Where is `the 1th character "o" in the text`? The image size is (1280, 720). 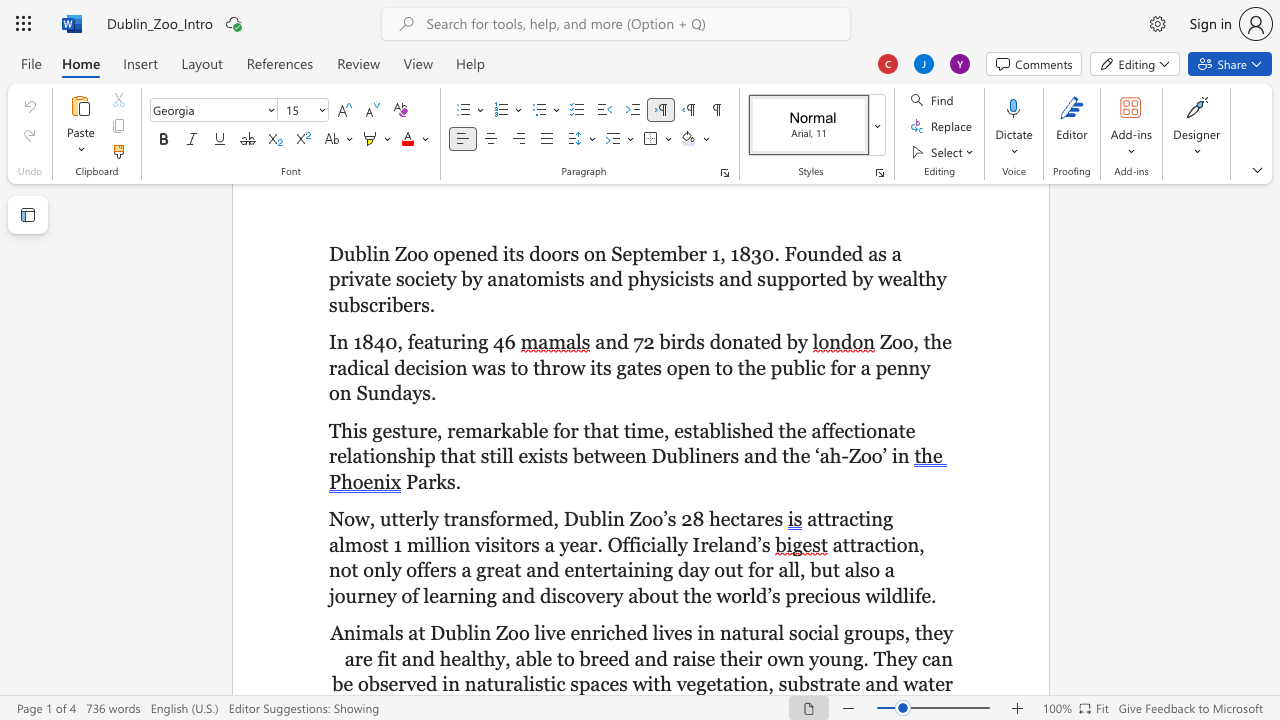
the 1th character "o" in the text is located at coordinates (513, 633).